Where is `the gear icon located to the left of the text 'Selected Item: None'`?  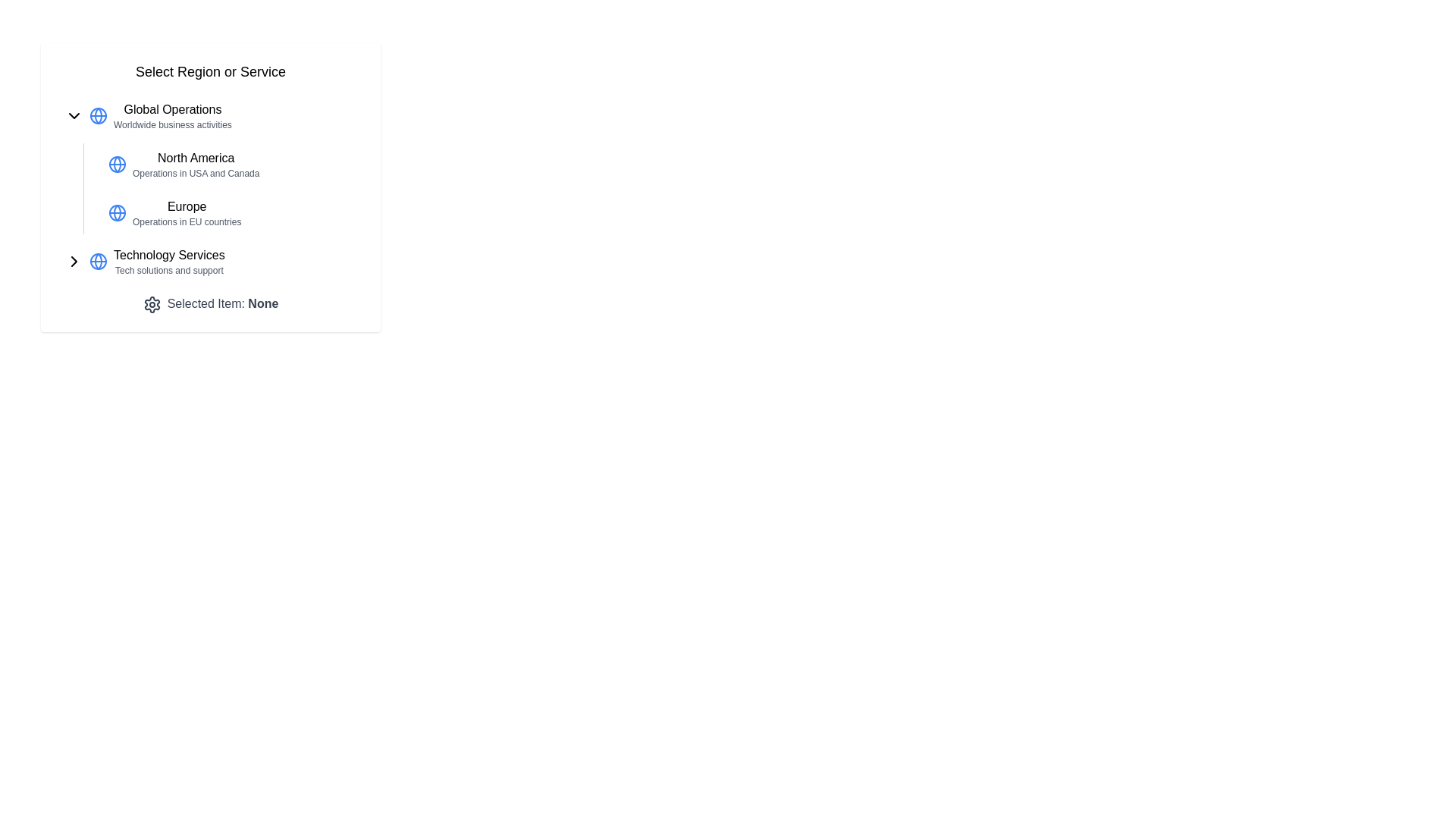 the gear icon located to the left of the text 'Selected Item: None' is located at coordinates (152, 304).